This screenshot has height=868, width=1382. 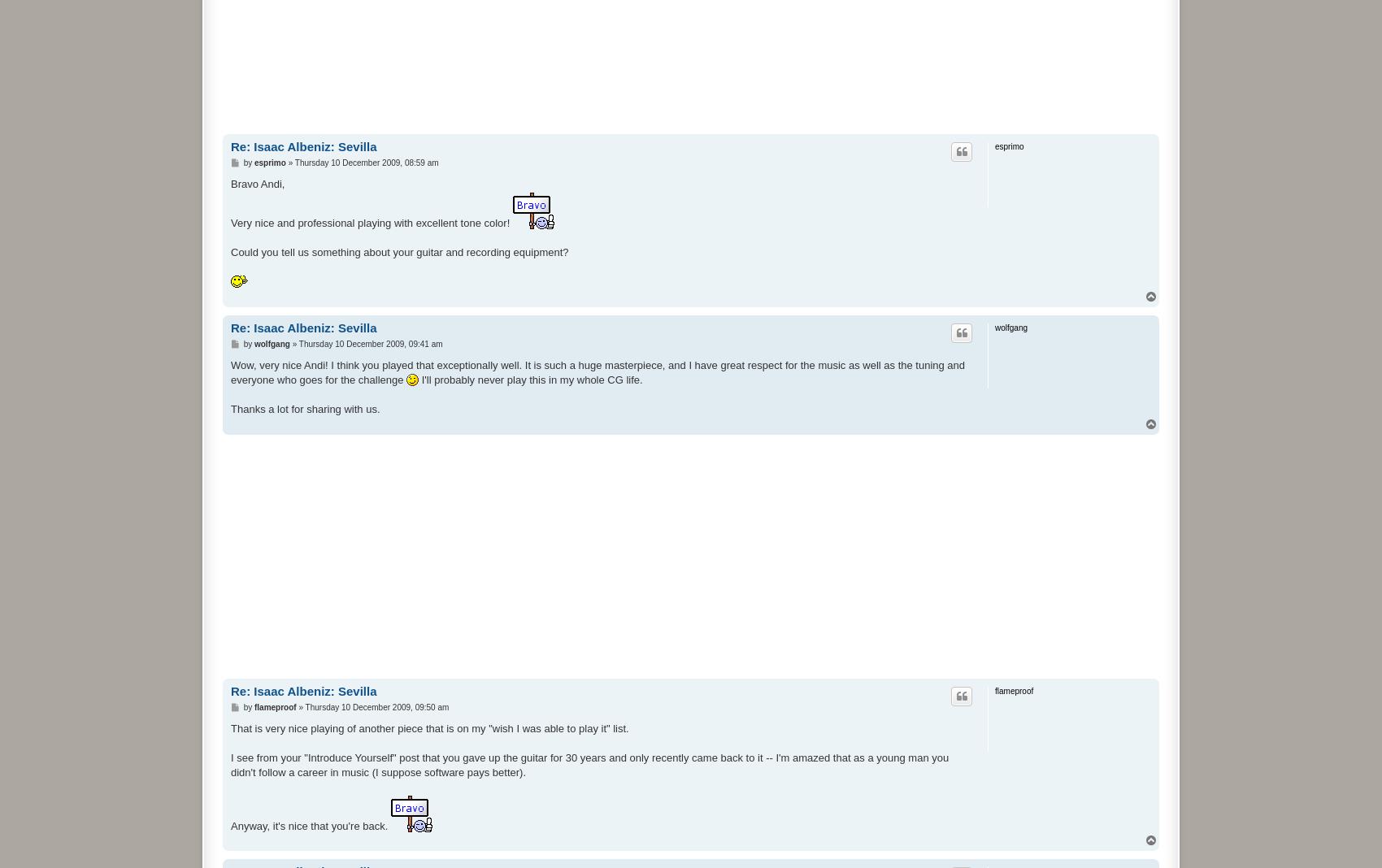 What do you see at coordinates (598, 371) in the screenshot?
I see `'Wow, very nice Andi! I think you played that exceptionally well. It is such a huge masterpiece, and I have great respect for the music as well as the tuning and everyone who goes for the challenge'` at bounding box center [598, 371].